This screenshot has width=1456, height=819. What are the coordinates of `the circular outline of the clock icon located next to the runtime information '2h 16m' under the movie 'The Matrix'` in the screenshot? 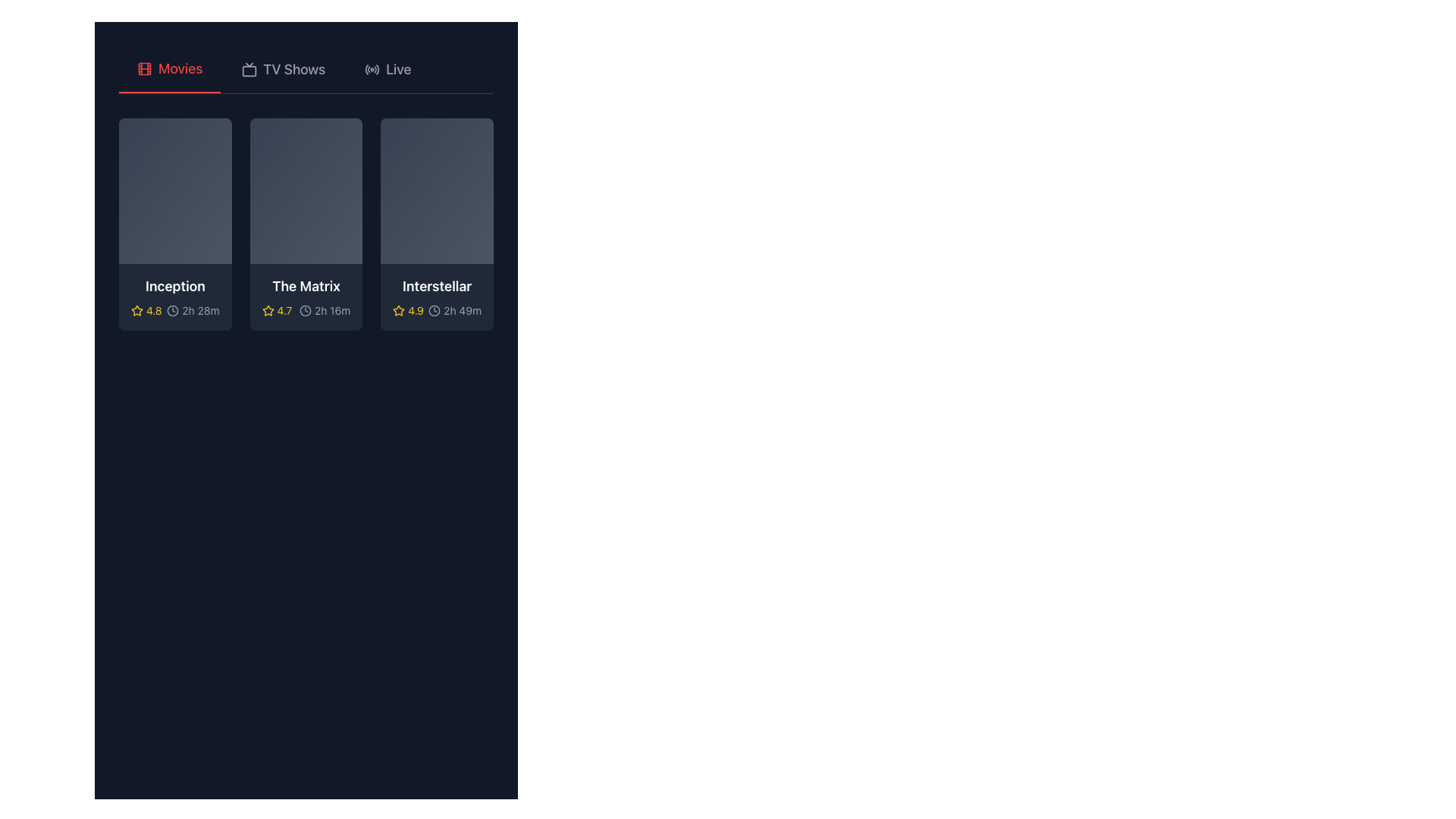 It's located at (305, 309).